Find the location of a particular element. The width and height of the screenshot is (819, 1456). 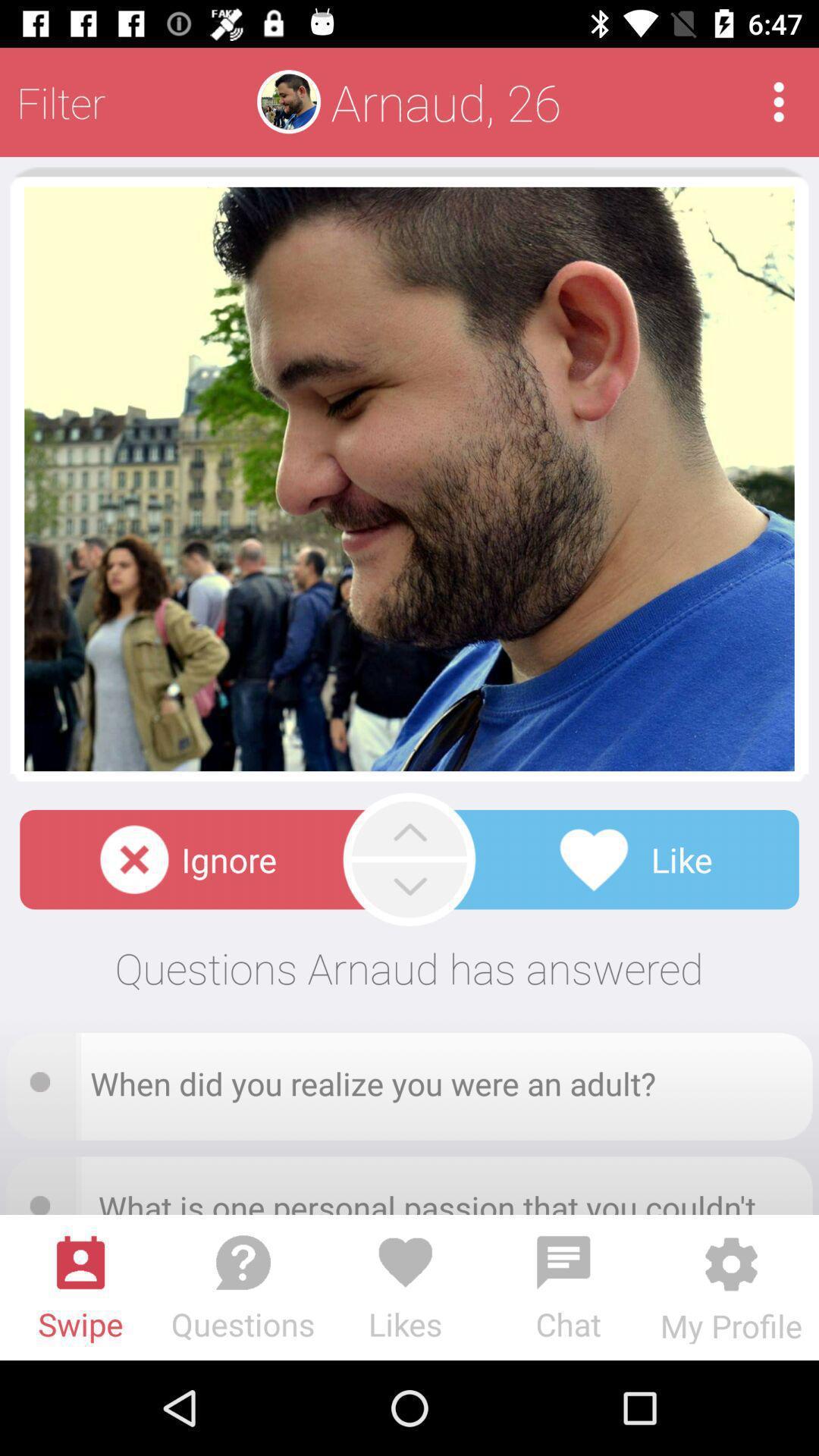

filter item is located at coordinates (60, 101).